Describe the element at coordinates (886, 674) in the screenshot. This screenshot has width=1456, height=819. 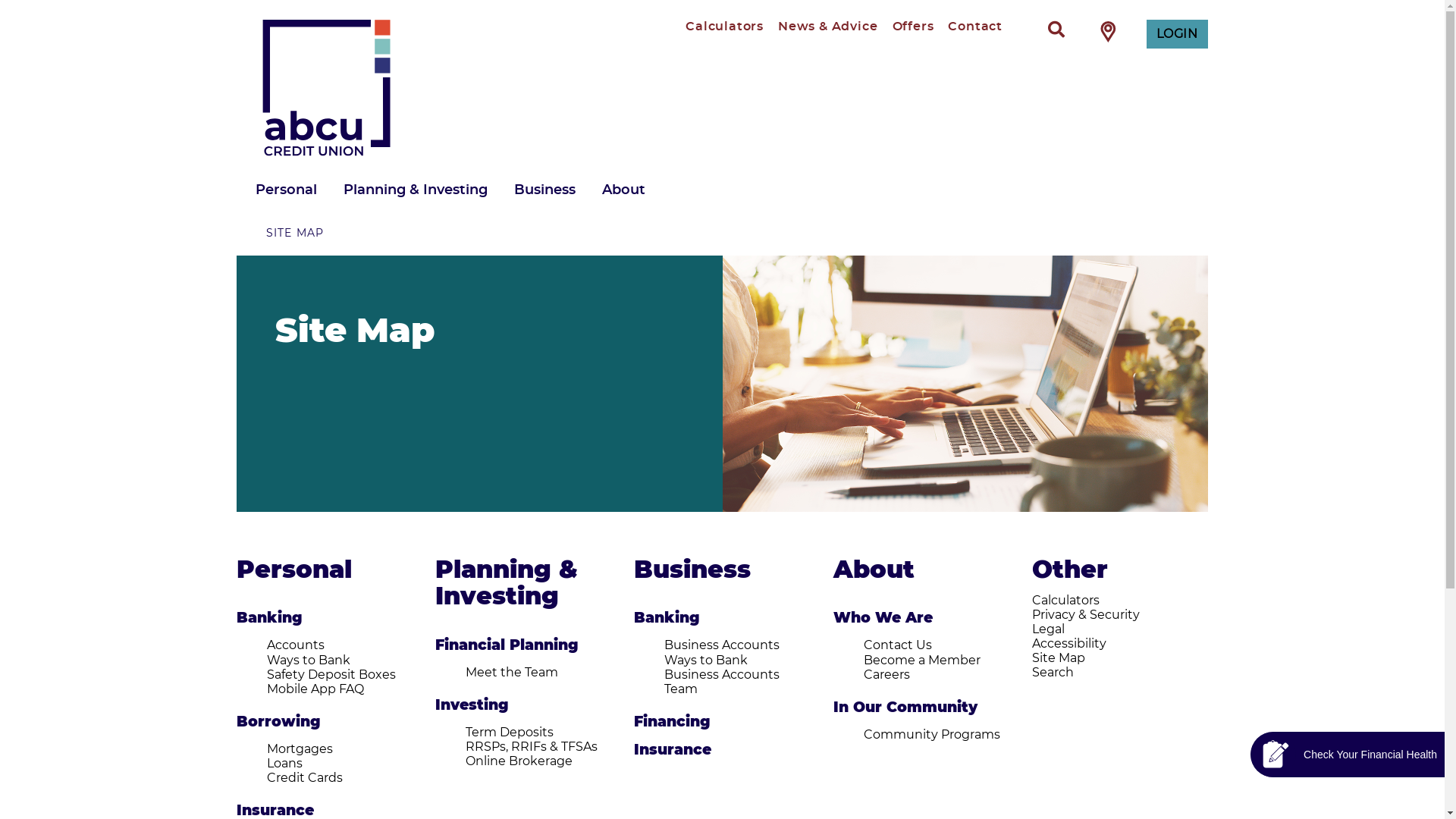
I see `'Careers'` at that location.